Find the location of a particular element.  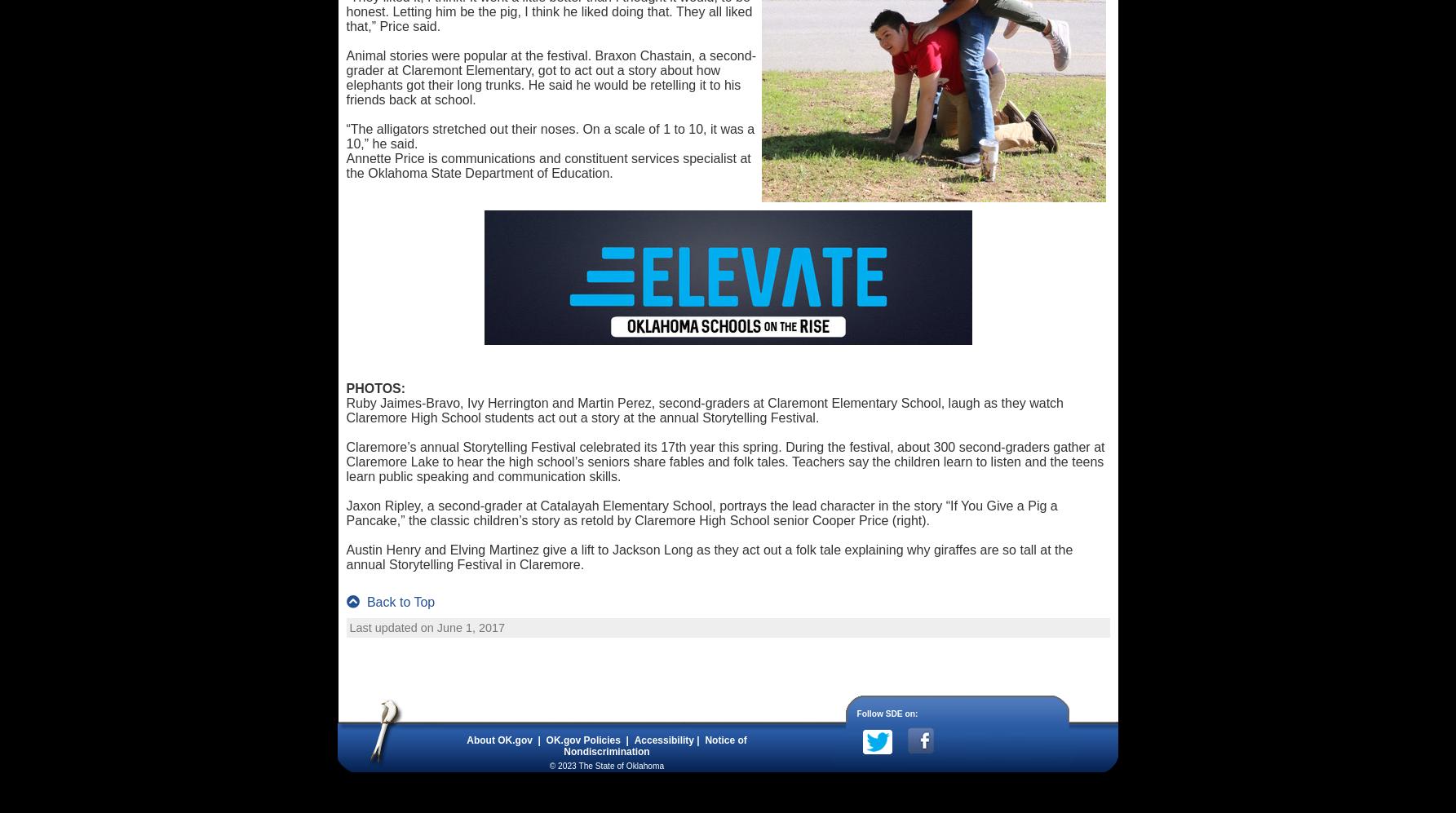

'Animal stories were popular at the festival. Braxon Chastain, a second-grader at Claremont Elementary, got to act out a story about how elephants got their long trunks. He said he would be retelling it to his friends back at school.' is located at coordinates (550, 77).